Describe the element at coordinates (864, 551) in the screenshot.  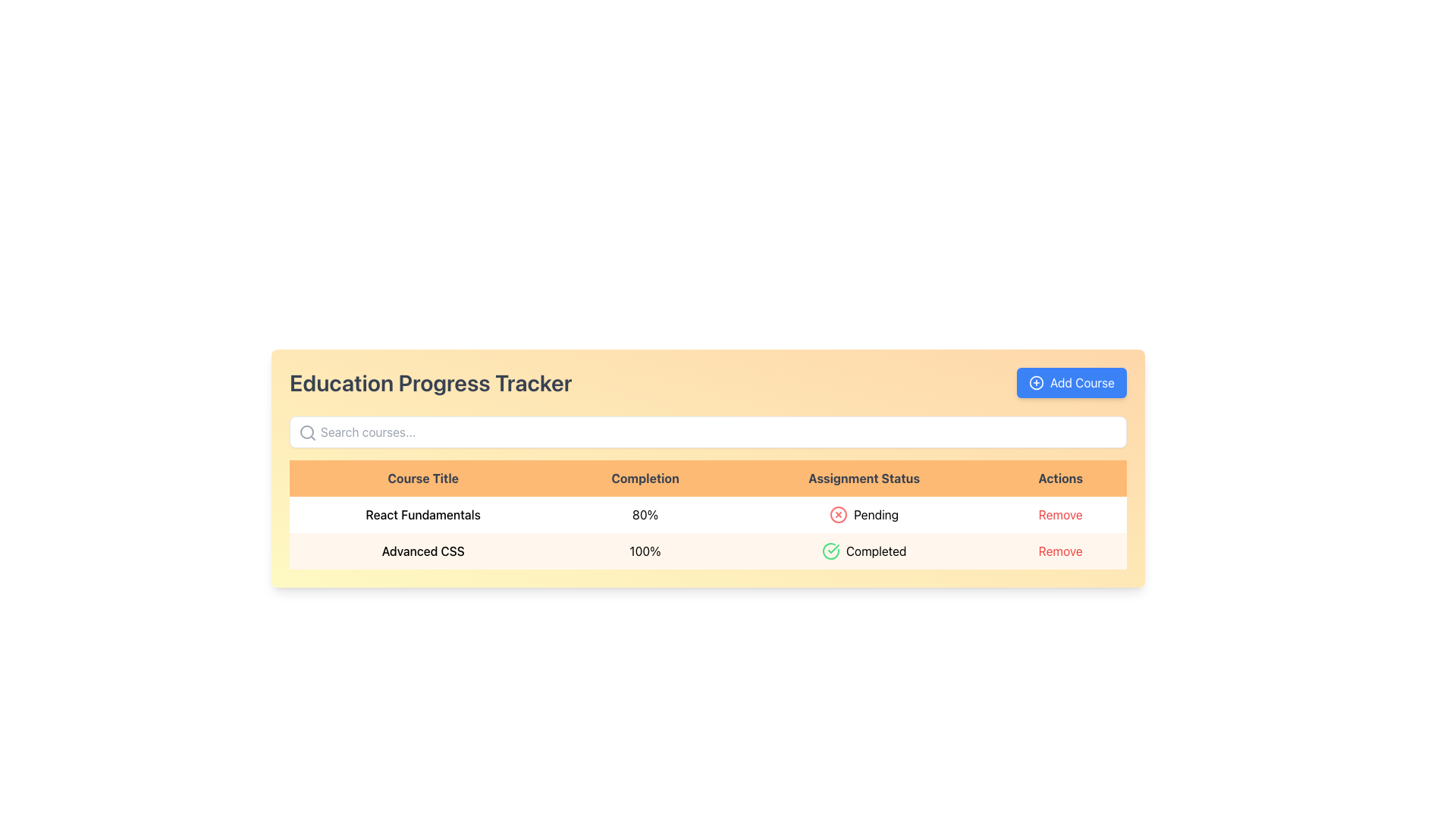
I see `the static text label indicating the completion status of the 'Advanced CSS' course assignment in the 'Education Progress Tracker' table` at that location.